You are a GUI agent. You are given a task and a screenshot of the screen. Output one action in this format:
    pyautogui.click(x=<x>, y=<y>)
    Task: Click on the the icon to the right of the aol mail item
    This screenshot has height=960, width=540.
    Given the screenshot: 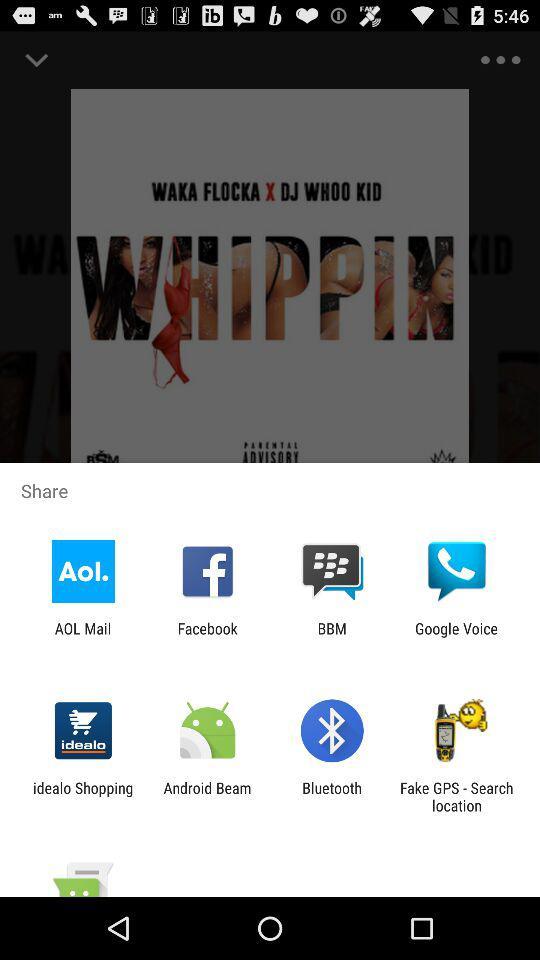 What is the action you would take?
    pyautogui.click(x=206, y=636)
    